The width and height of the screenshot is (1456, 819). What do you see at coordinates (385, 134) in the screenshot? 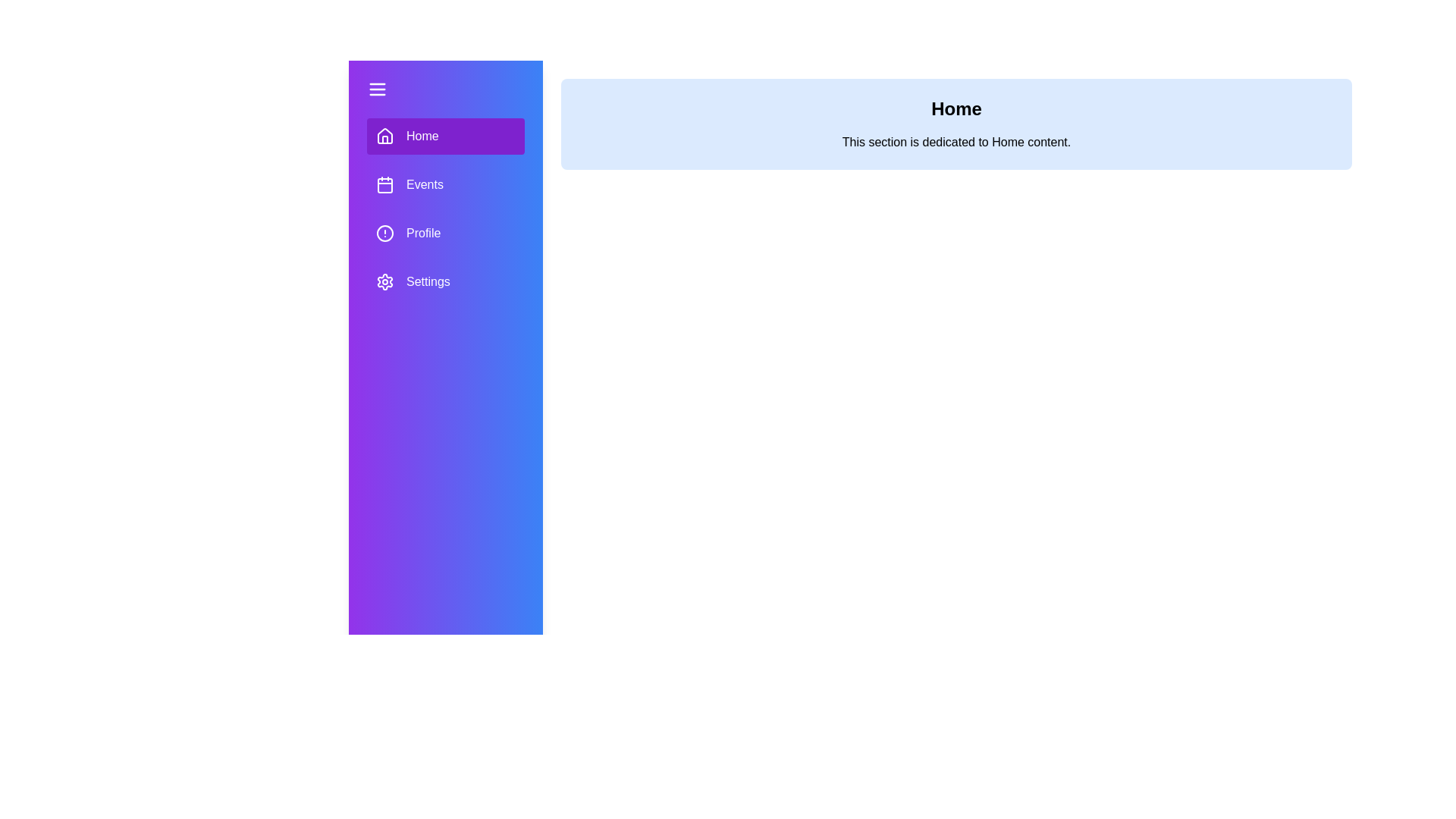
I see `the 'Home' menu icon located at the top of the sidebar, which helps users identify the home functionality` at bounding box center [385, 134].